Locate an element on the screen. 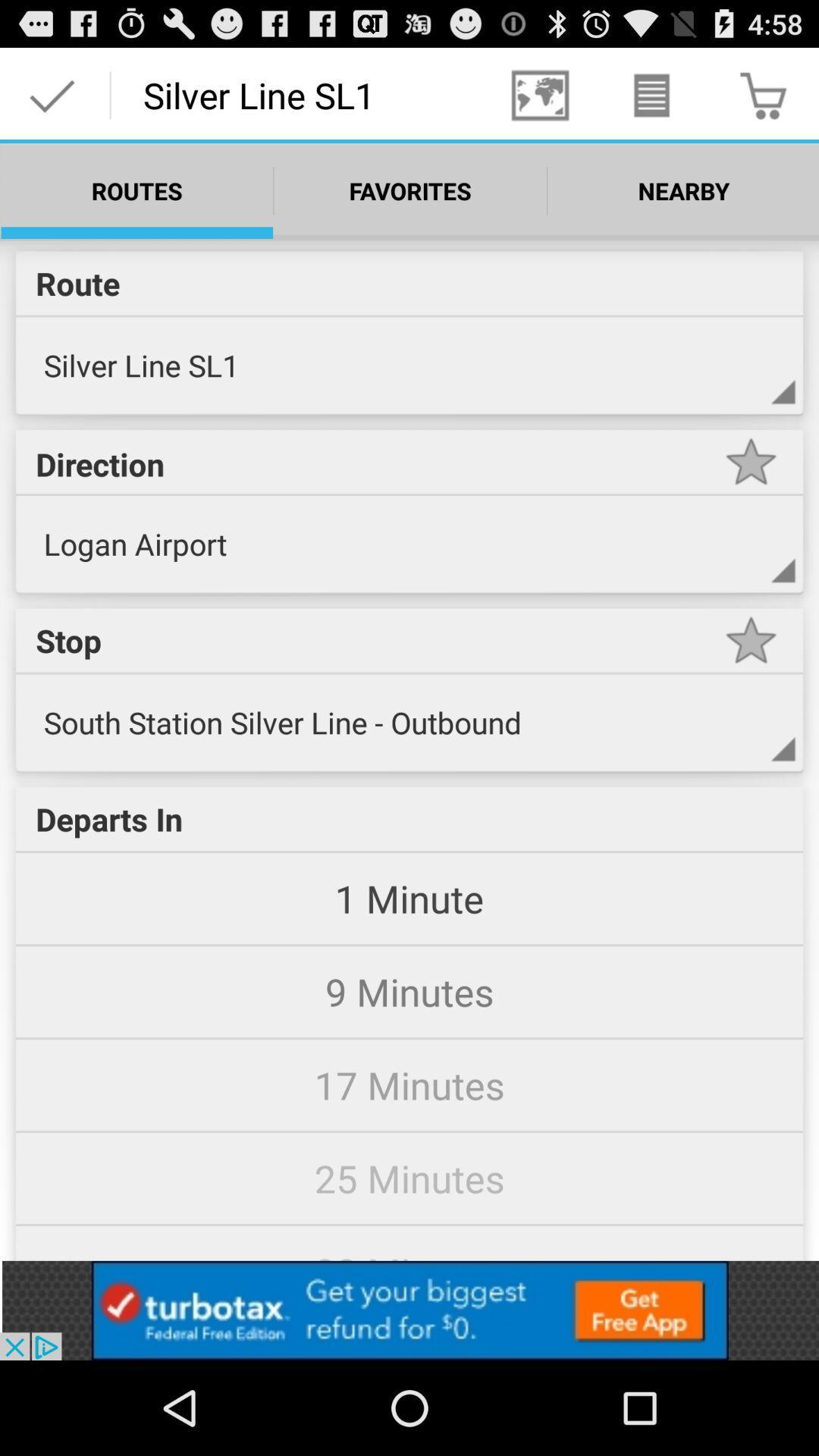 This screenshot has width=819, height=1456. advertisement button is located at coordinates (409, 1310).